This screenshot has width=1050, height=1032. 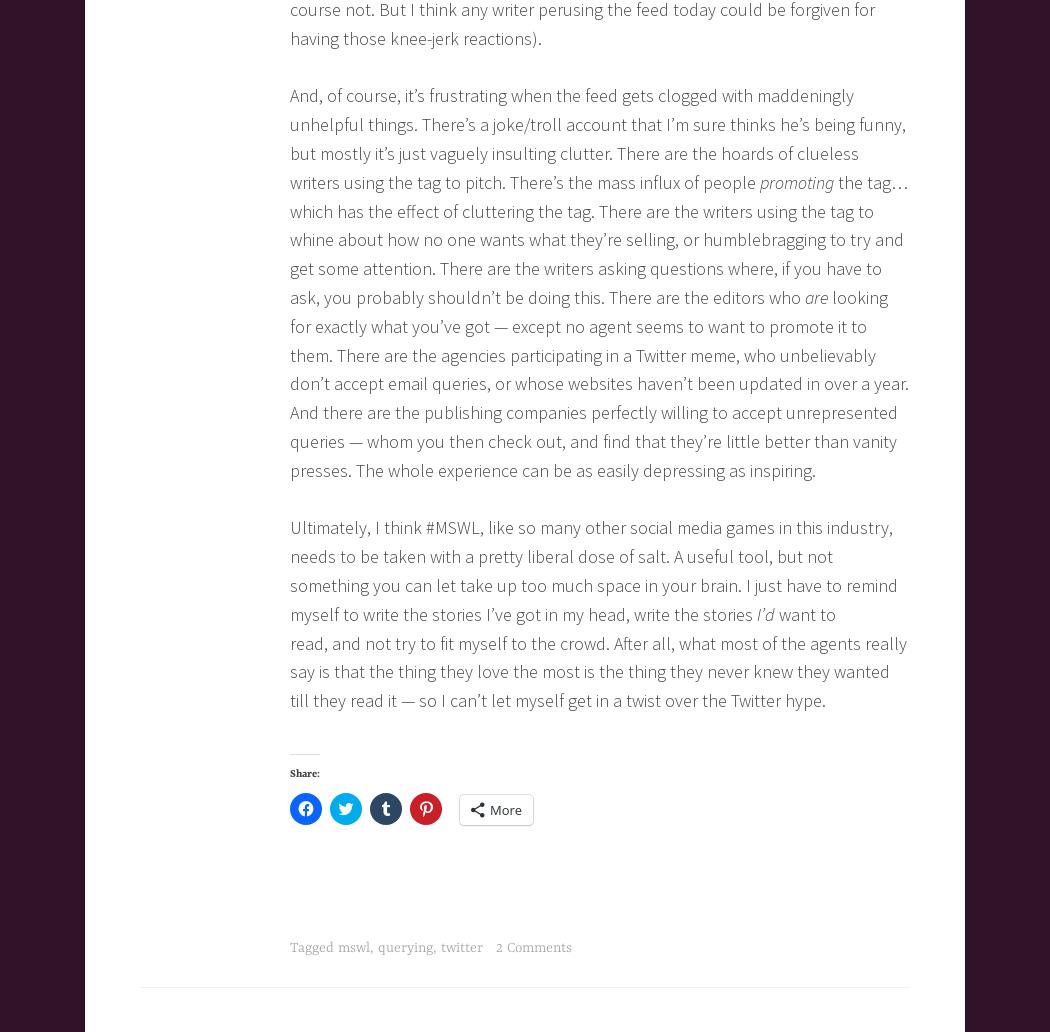 What do you see at coordinates (305, 771) in the screenshot?
I see `'Share:'` at bounding box center [305, 771].